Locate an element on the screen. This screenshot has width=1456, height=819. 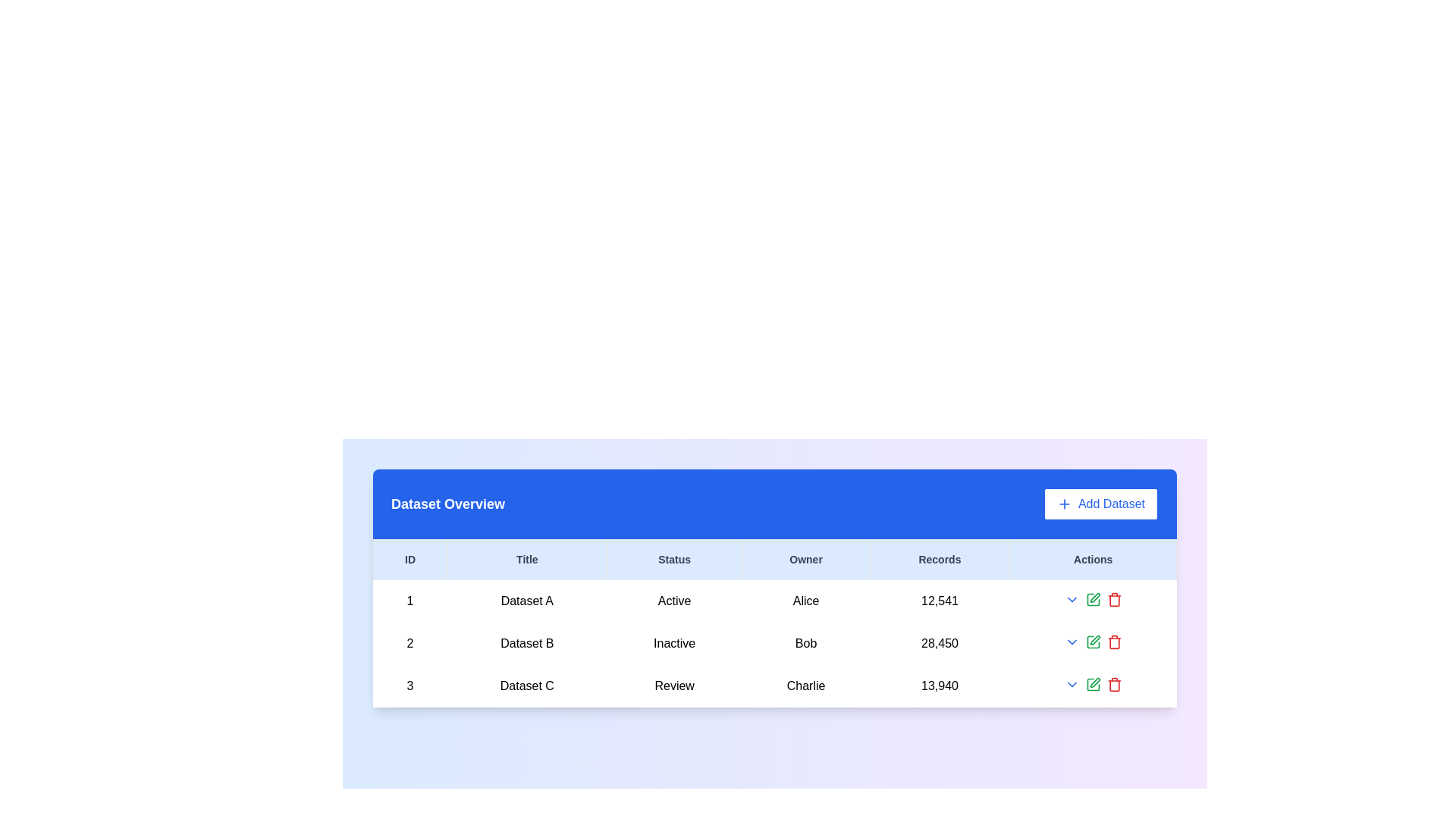
the title label of the dataset entry with ID '1' in the 'Dataset Overview' table for accessibility is located at coordinates (527, 601).